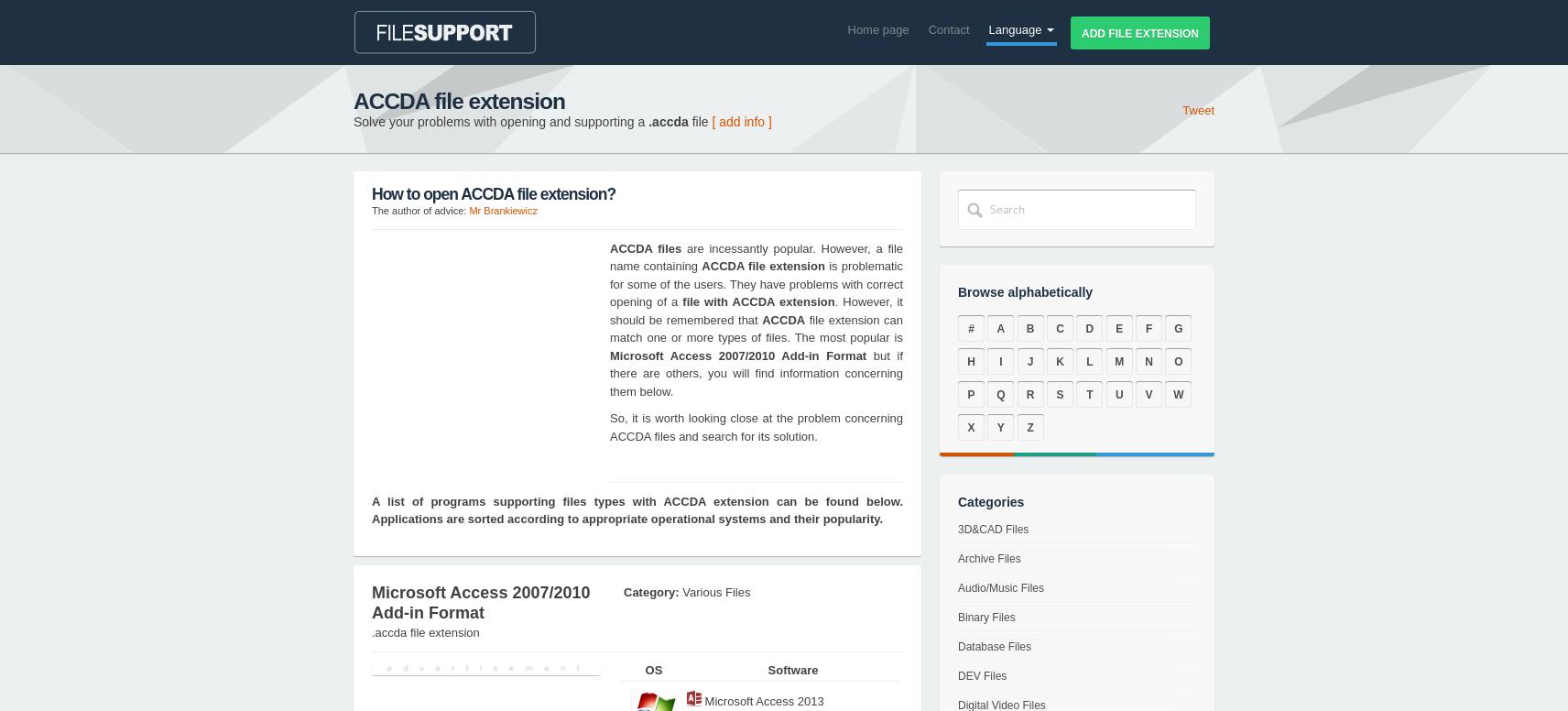  Describe the element at coordinates (993, 528) in the screenshot. I see `'3D&CAD Files'` at that location.